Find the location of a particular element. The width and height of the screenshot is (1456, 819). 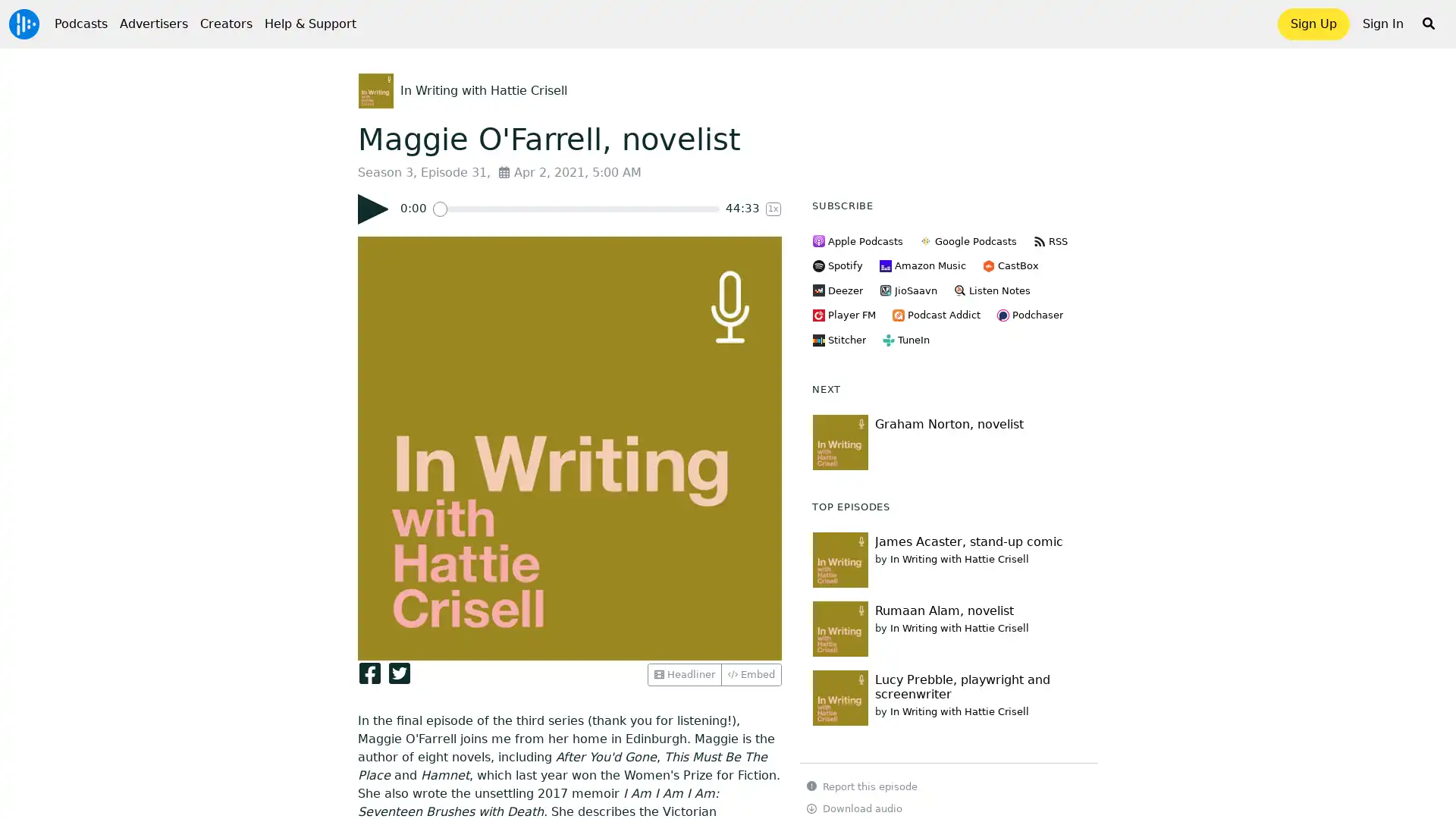

Report this episode is located at coordinates (862, 786).